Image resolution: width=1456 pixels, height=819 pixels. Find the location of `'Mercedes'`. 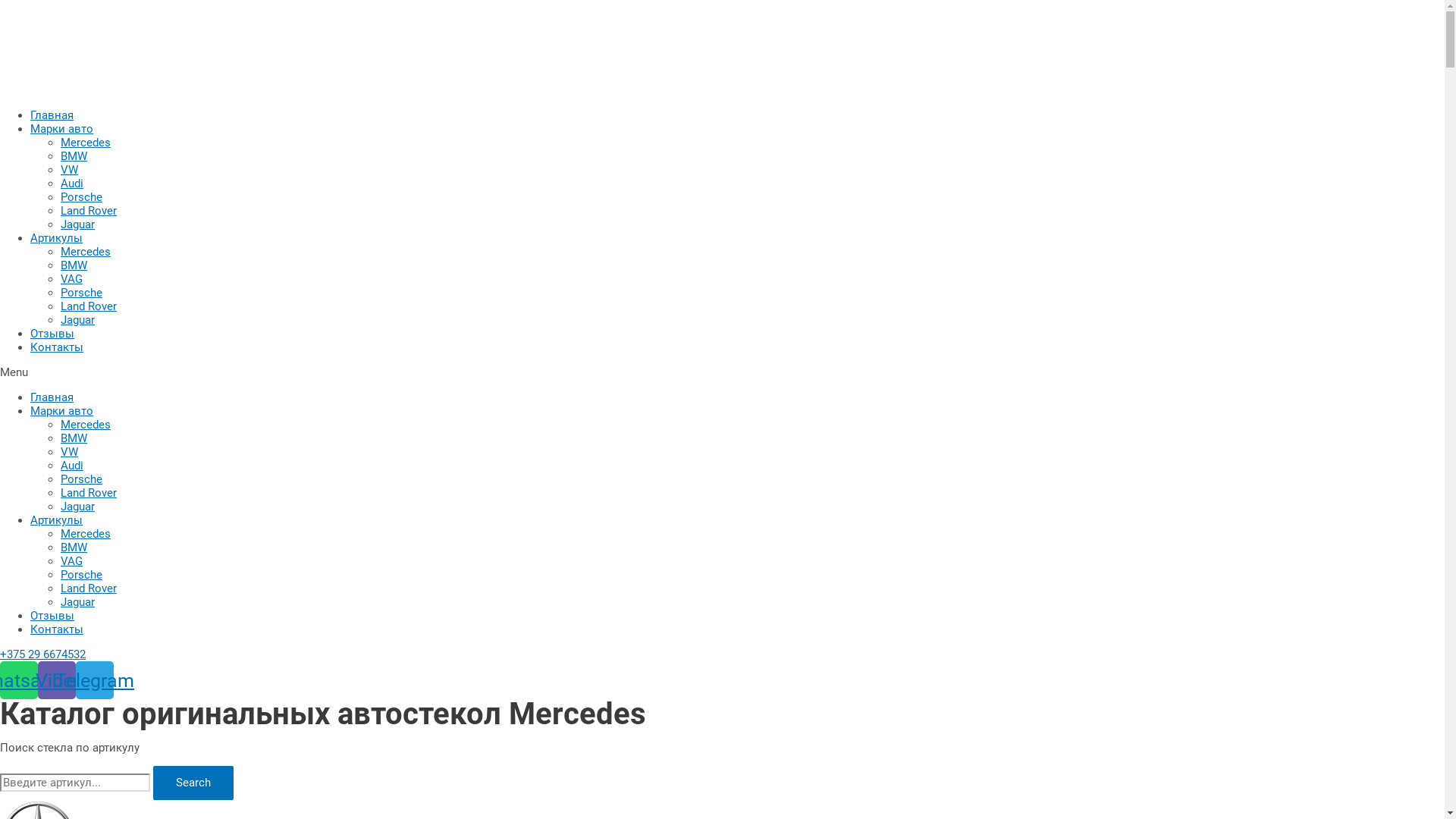

'Mercedes' is located at coordinates (85, 250).